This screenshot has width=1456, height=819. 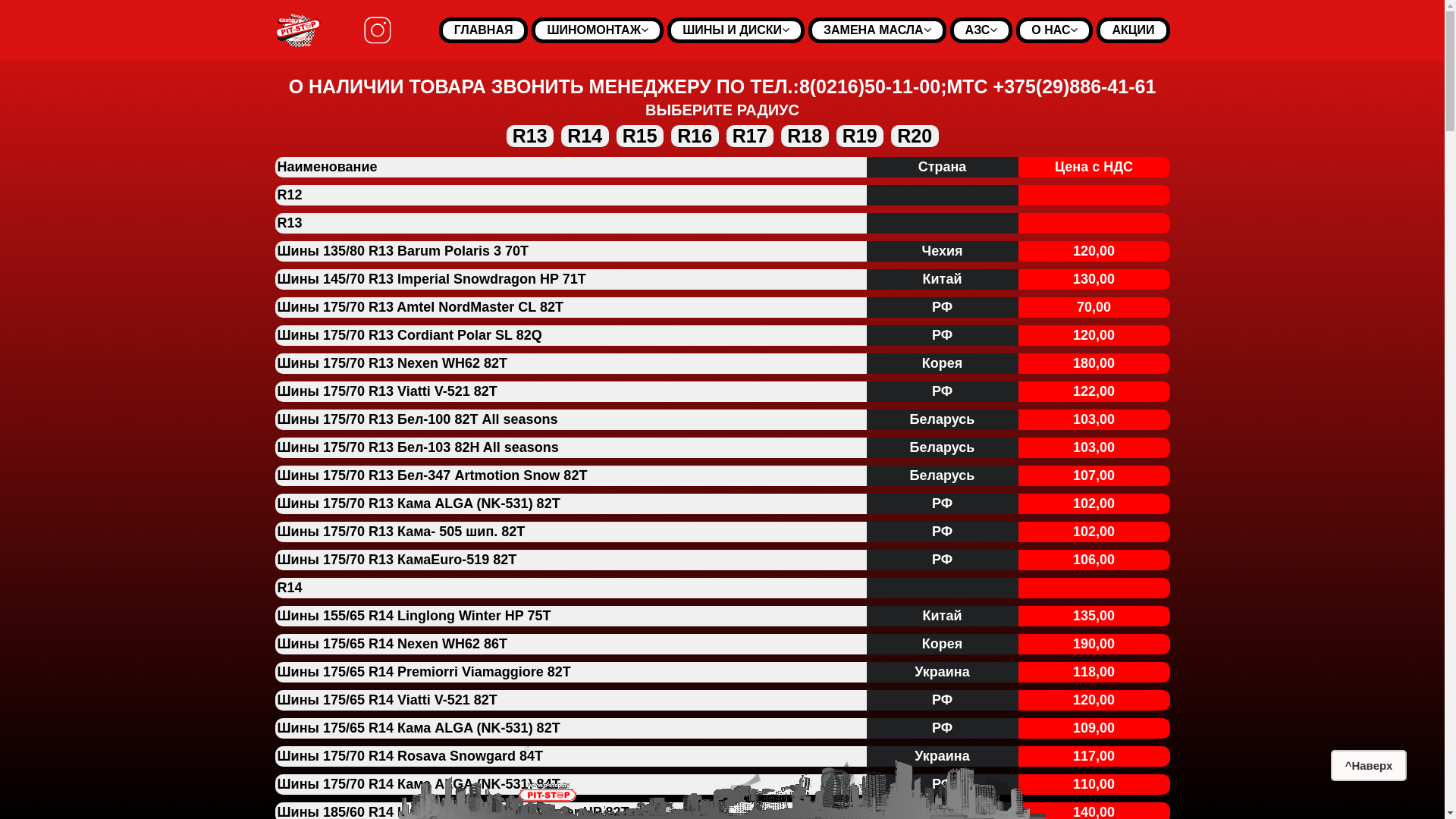 I want to click on 'R13', so click(x=530, y=134).